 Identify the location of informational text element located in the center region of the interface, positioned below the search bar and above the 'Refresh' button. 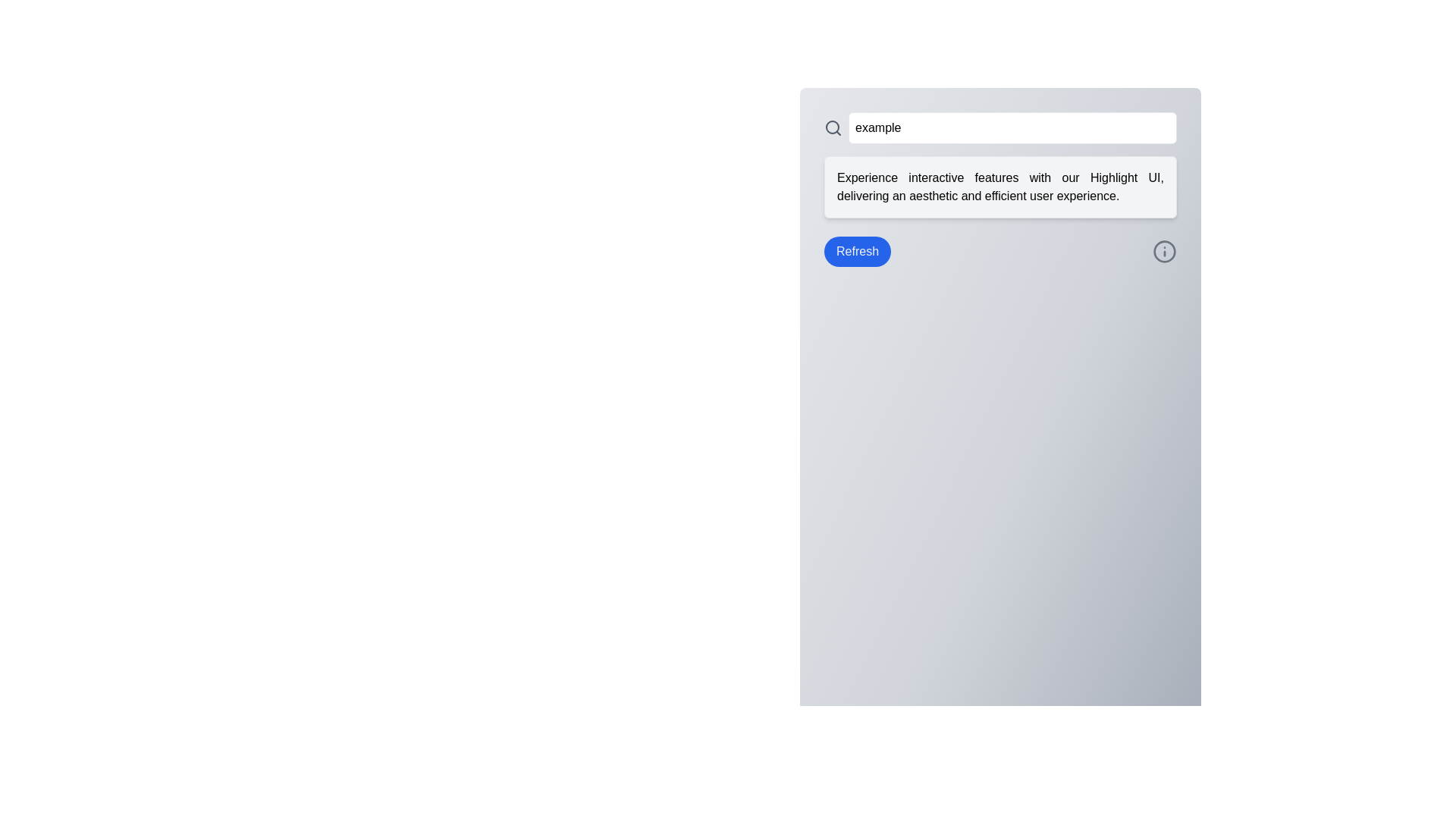
(1000, 186).